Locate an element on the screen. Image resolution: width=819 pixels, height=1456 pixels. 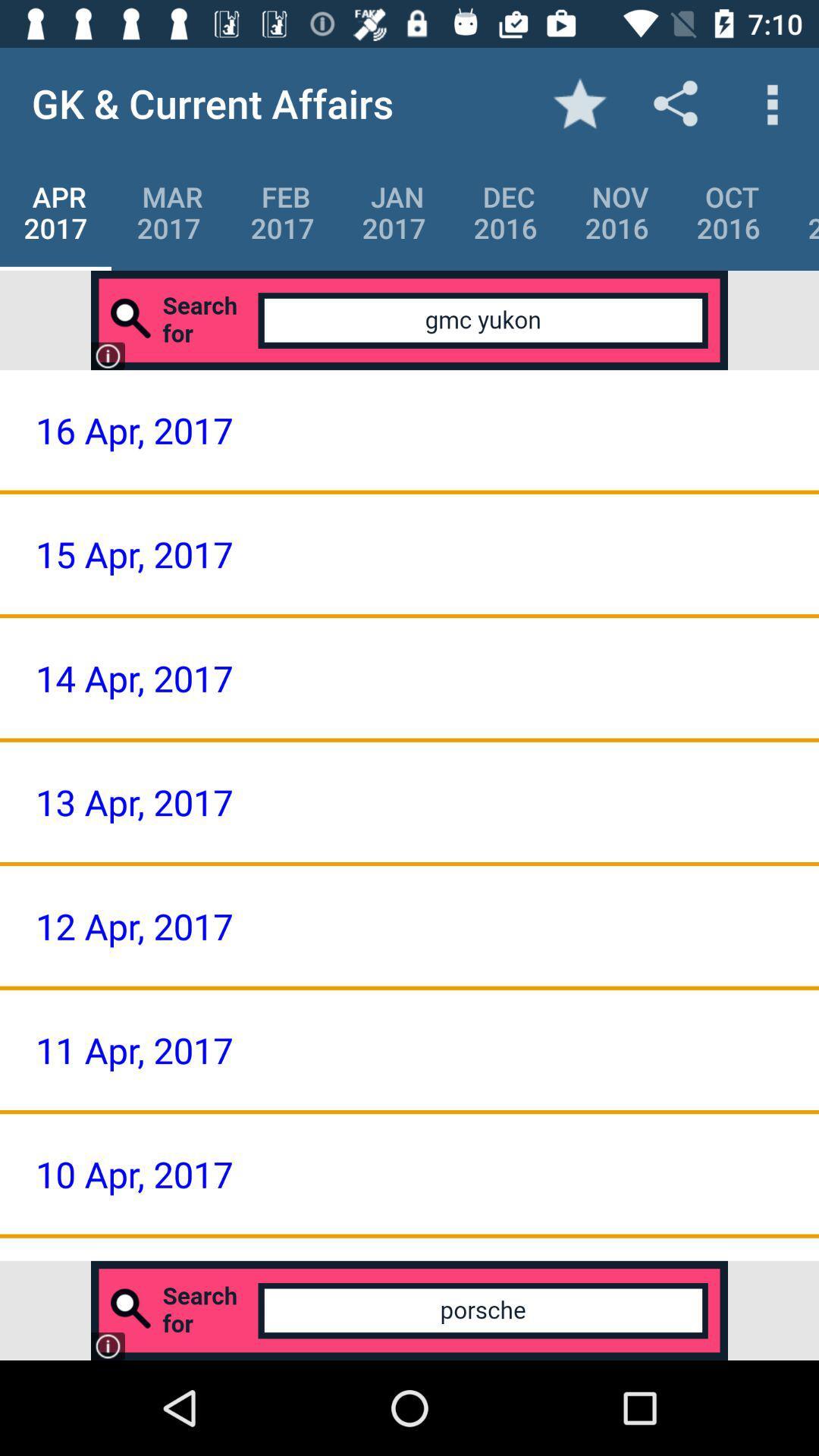
jan is located at coordinates (393, 212).